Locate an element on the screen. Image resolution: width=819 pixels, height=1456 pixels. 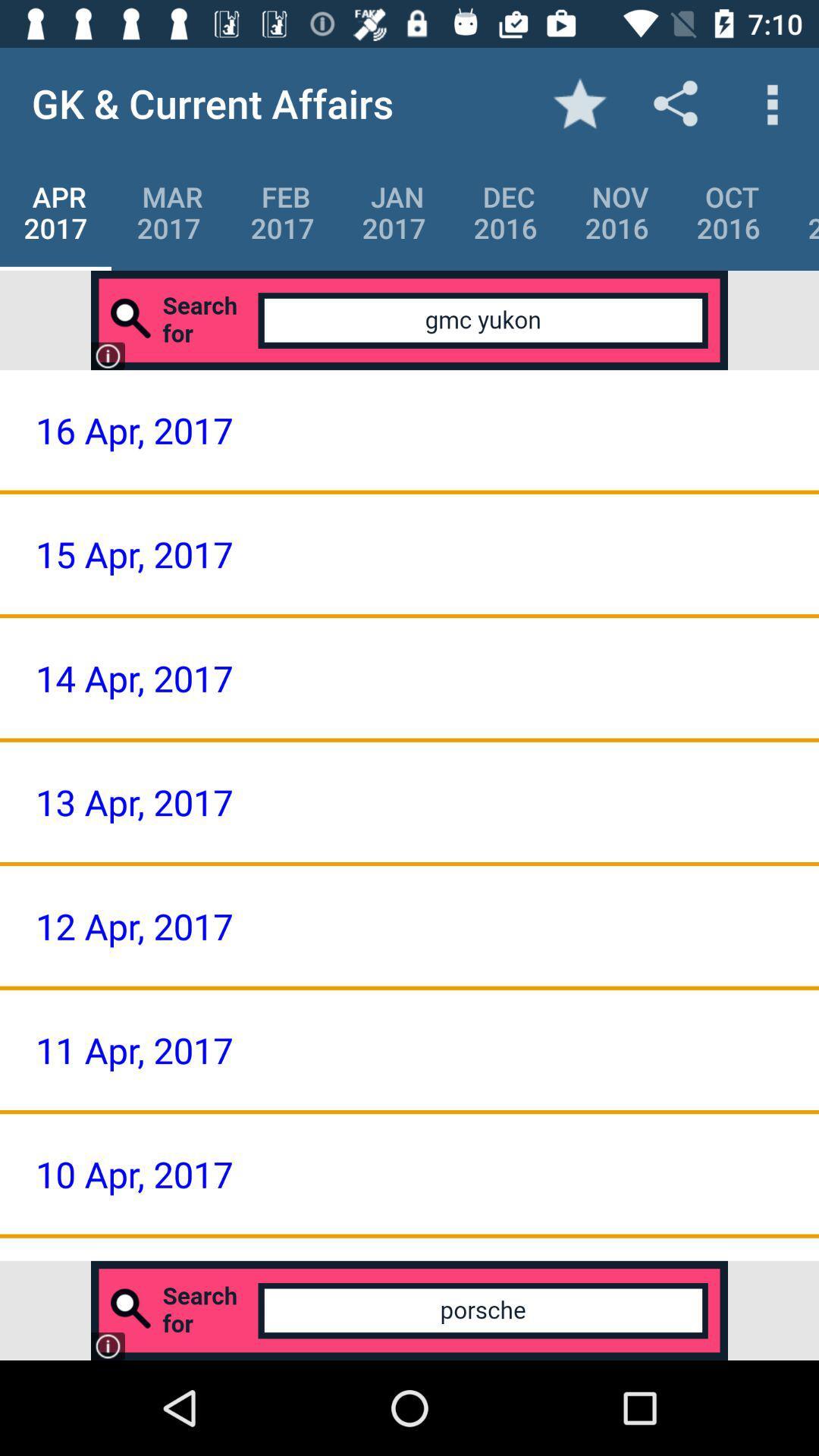
jan is located at coordinates (393, 212).